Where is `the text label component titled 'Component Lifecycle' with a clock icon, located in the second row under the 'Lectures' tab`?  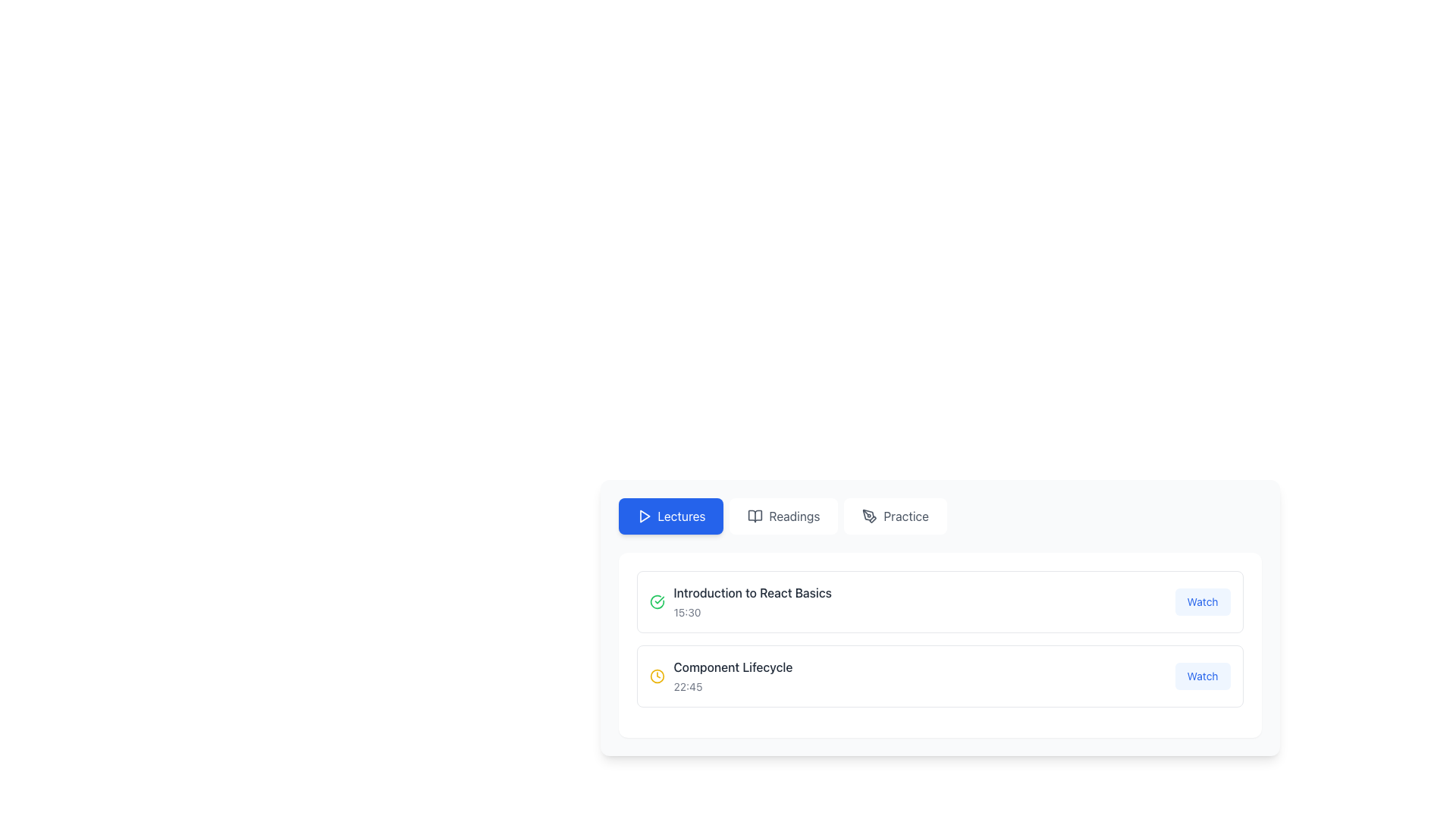 the text label component titled 'Component Lifecycle' with a clock icon, located in the second row under the 'Lectures' tab is located at coordinates (733, 675).